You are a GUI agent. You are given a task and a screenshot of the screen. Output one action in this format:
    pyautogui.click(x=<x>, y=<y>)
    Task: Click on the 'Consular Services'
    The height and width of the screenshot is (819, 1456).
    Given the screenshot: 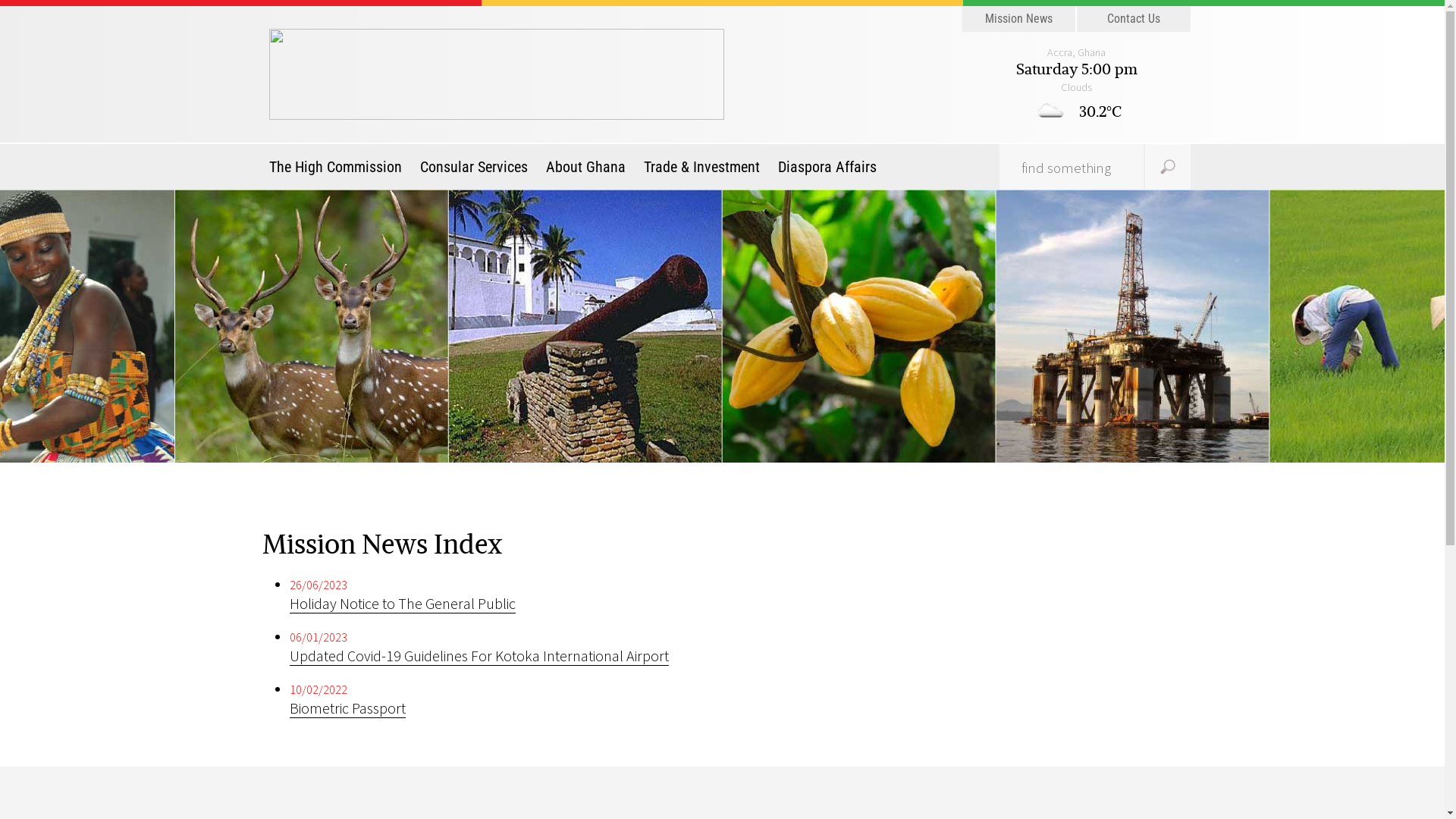 What is the action you would take?
    pyautogui.click(x=472, y=166)
    